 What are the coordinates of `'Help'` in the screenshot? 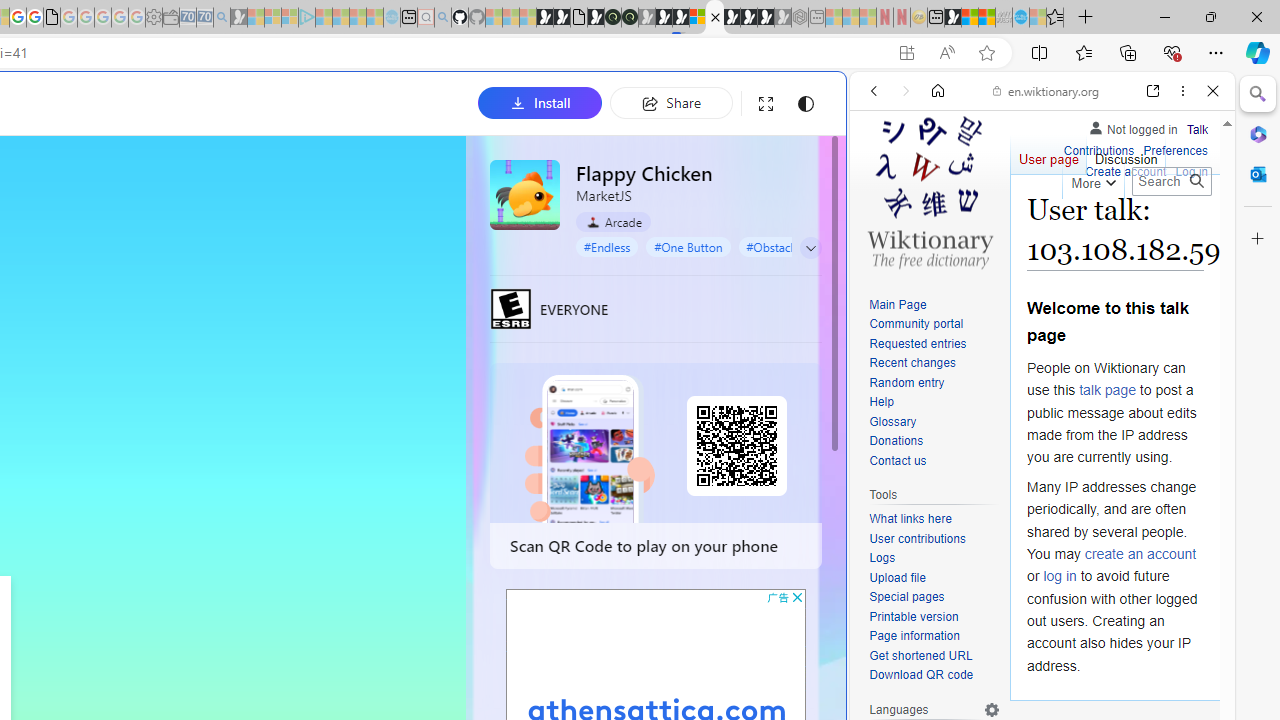 It's located at (880, 402).